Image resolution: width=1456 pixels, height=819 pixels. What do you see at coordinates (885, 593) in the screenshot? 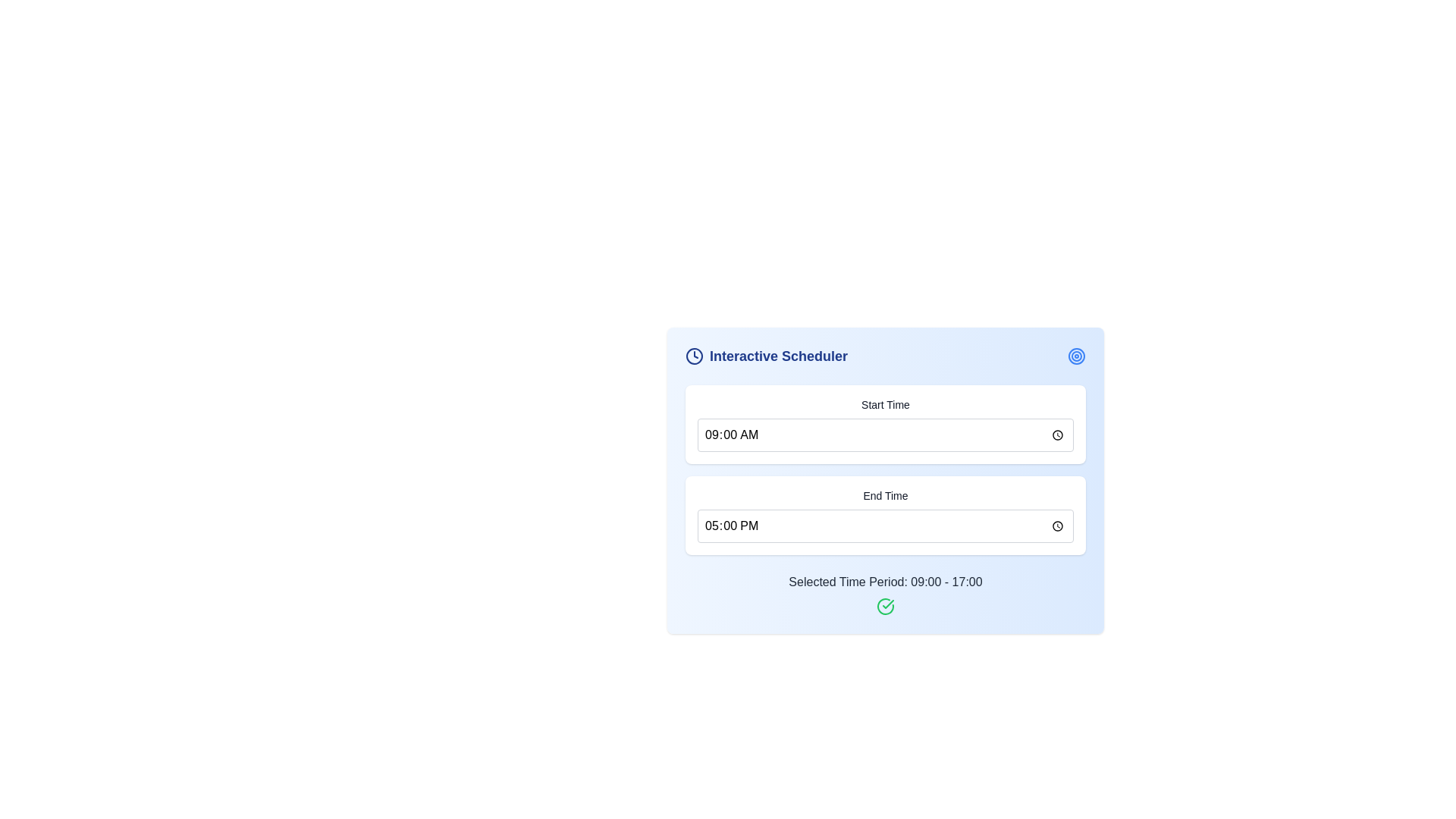
I see `the label with an accompanying icon that displays the selected time period for the scheduler, located at the bottom of the 'Interactive Scheduler' section, directly below 'End Time'` at bounding box center [885, 593].